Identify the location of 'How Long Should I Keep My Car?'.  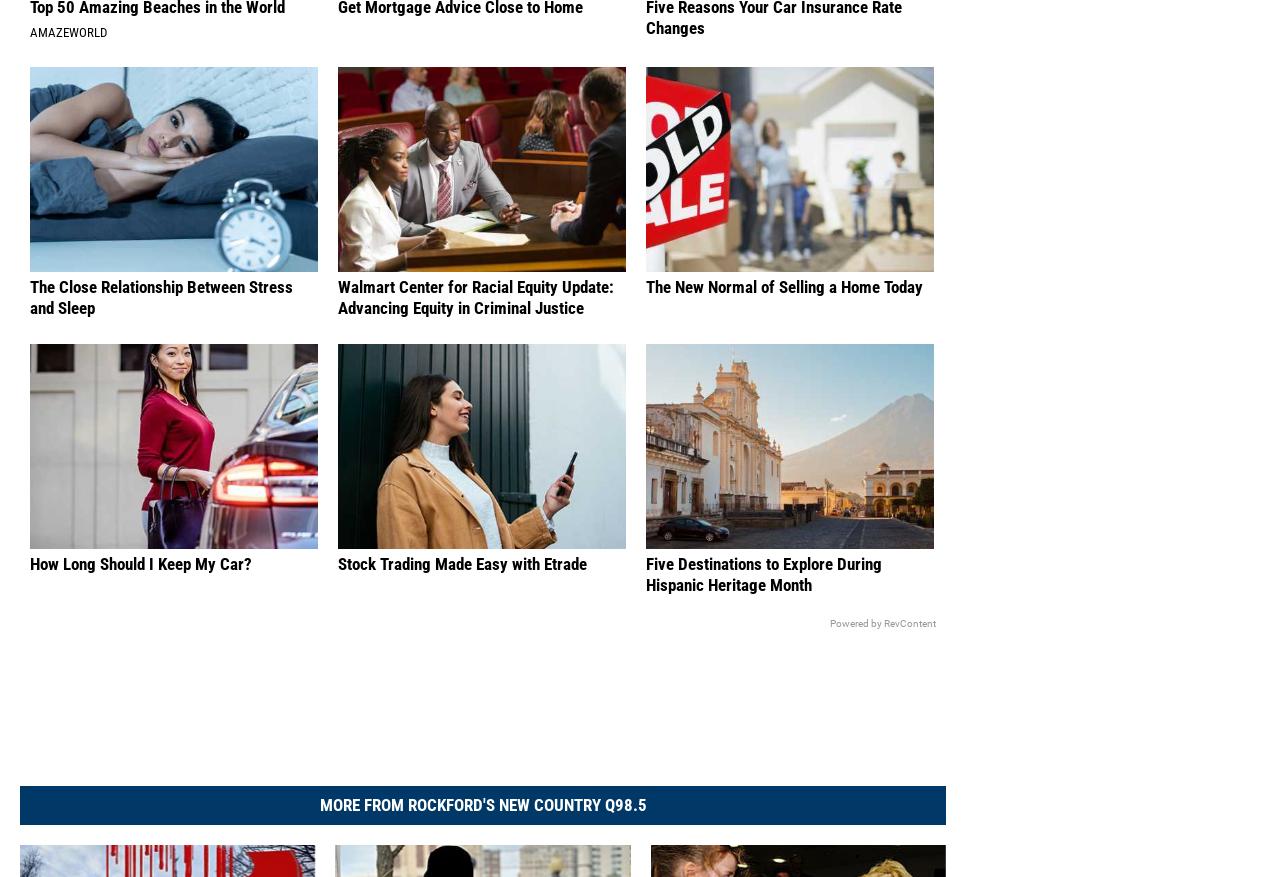
(140, 585).